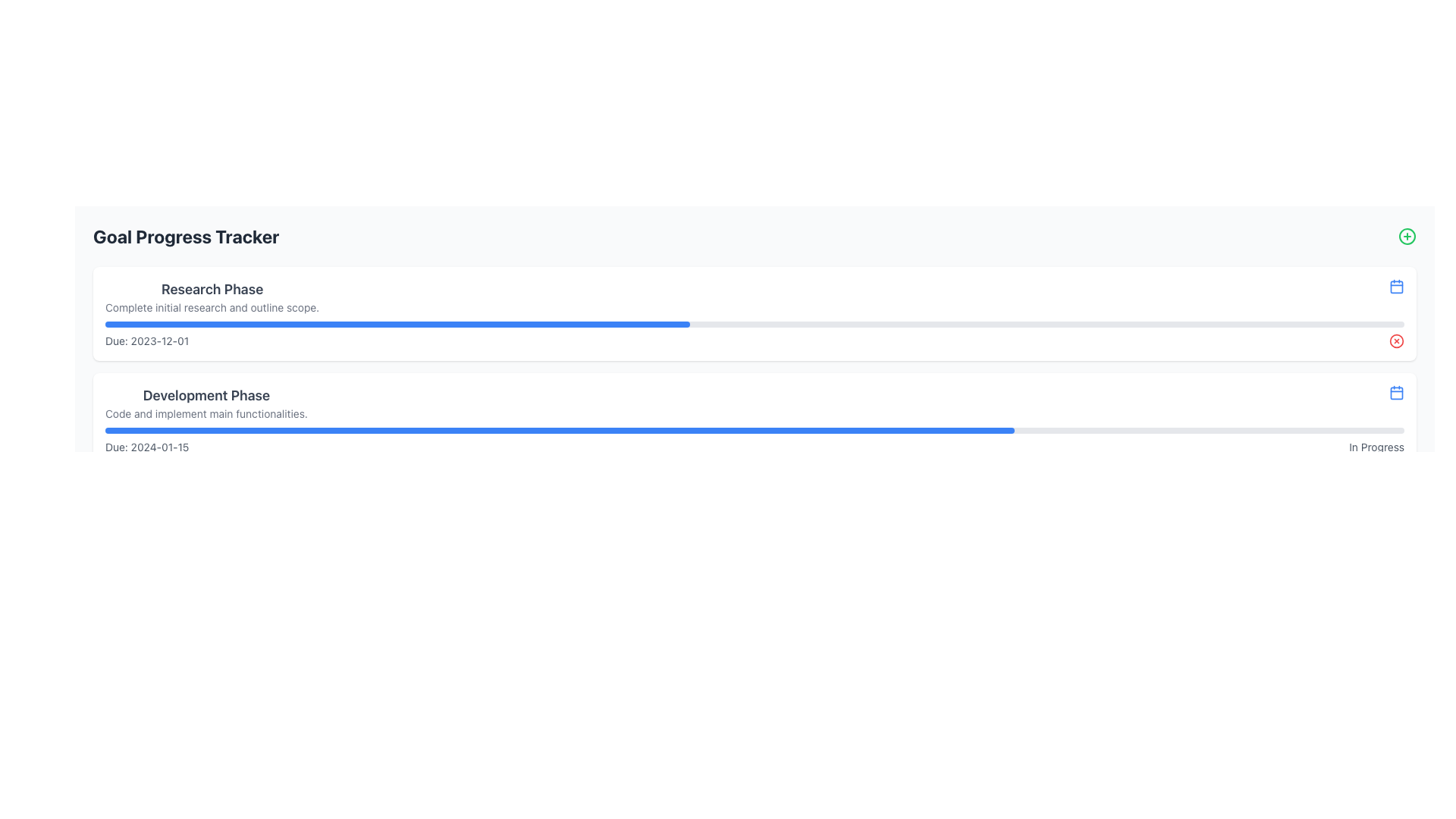 This screenshot has width=1456, height=819. I want to click on the text label that informs the user about the due date of the respective task, located within the 'Research Phase' task card, below the progress bar and aligned with the red cross icon, so click(755, 341).